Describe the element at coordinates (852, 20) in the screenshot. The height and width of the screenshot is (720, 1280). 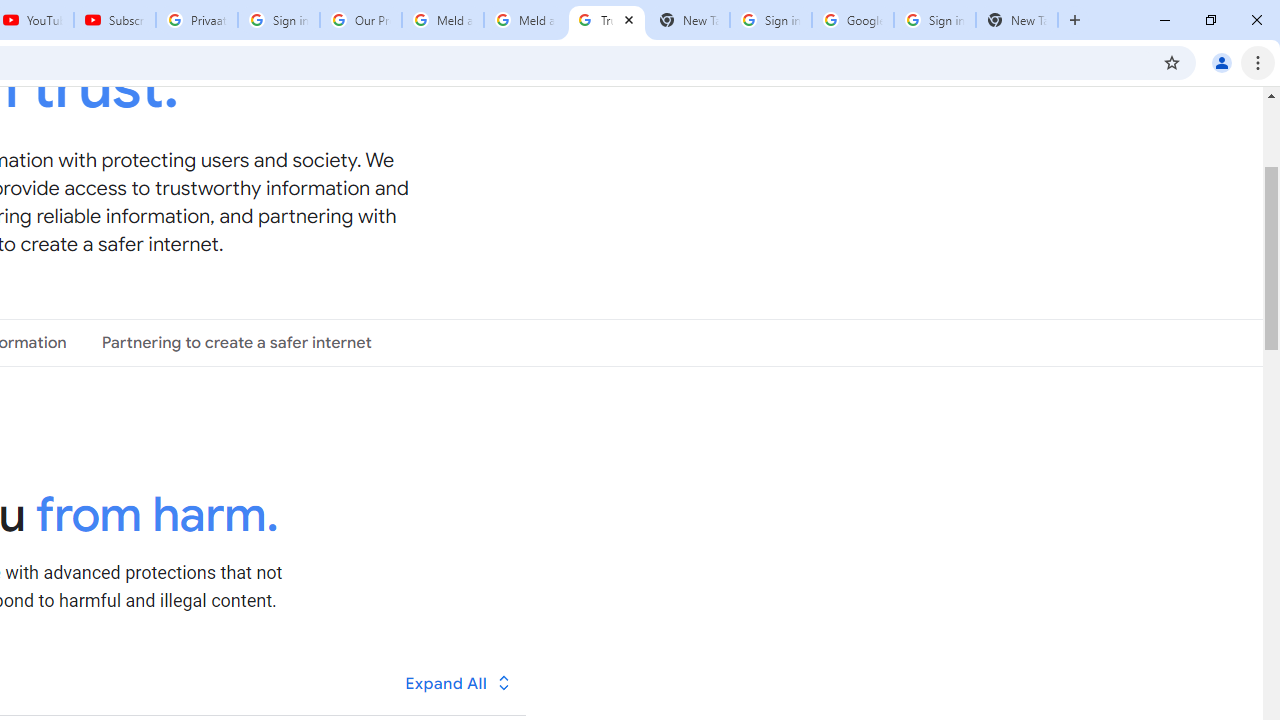
I see `'Google Cybersecurity Innovations - Google Safety Center'` at that location.